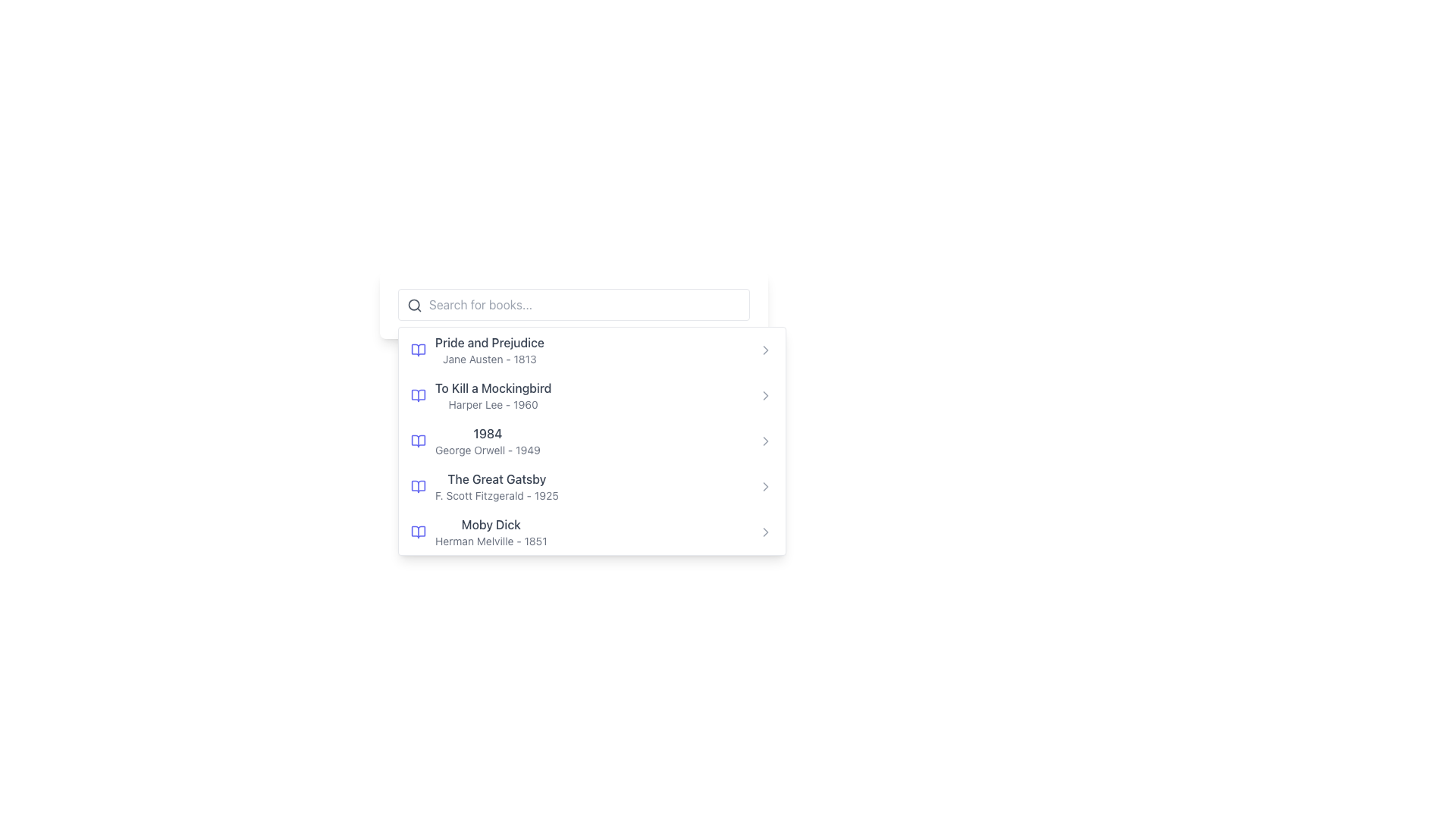 The width and height of the screenshot is (1456, 819). I want to click on the Text Label displaying the author's name and publication year, so click(488, 450).